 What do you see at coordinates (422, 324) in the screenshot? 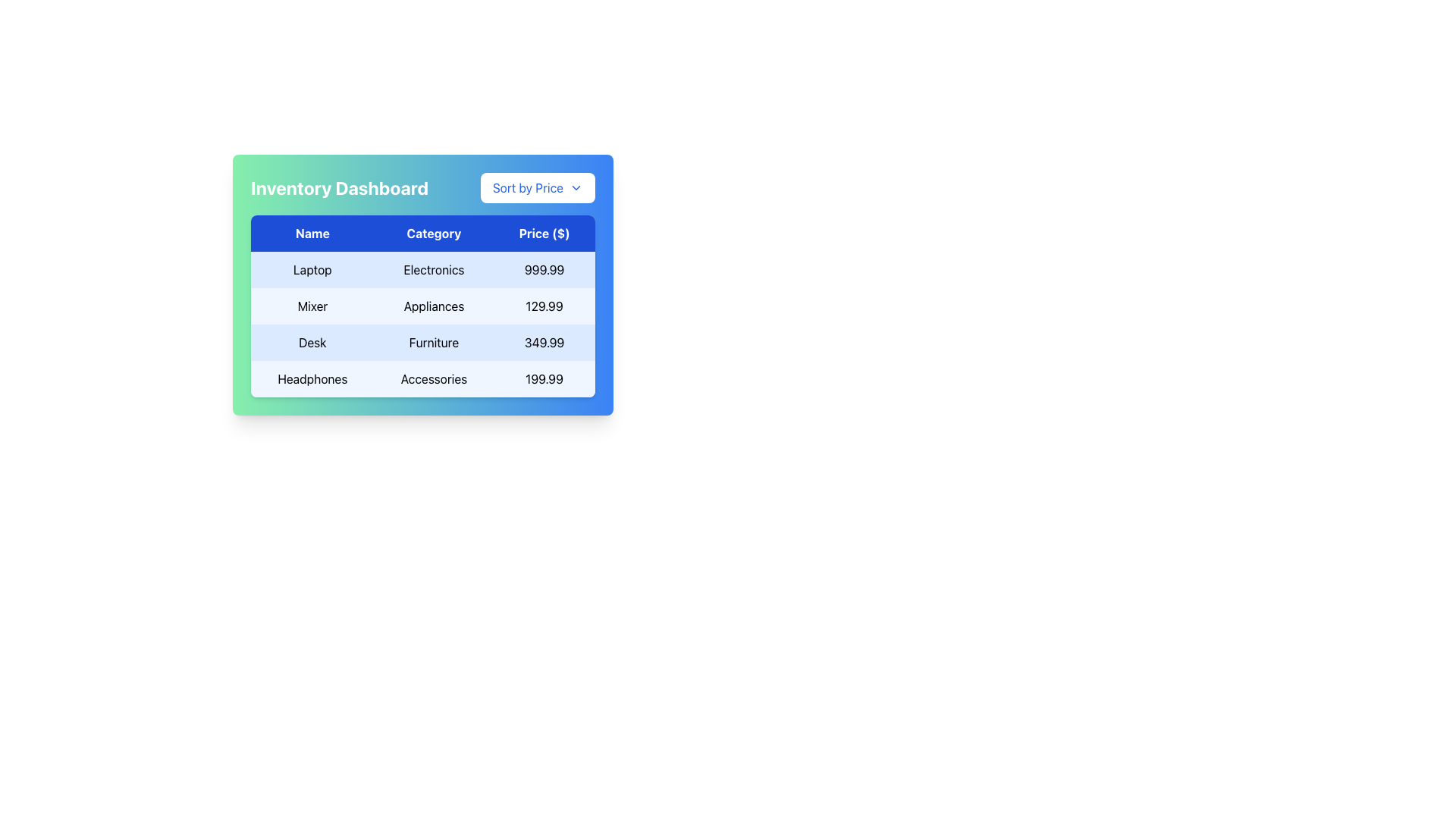
I see `the second row in the product table, which summarizes the product's name, category, and price` at bounding box center [422, 324].